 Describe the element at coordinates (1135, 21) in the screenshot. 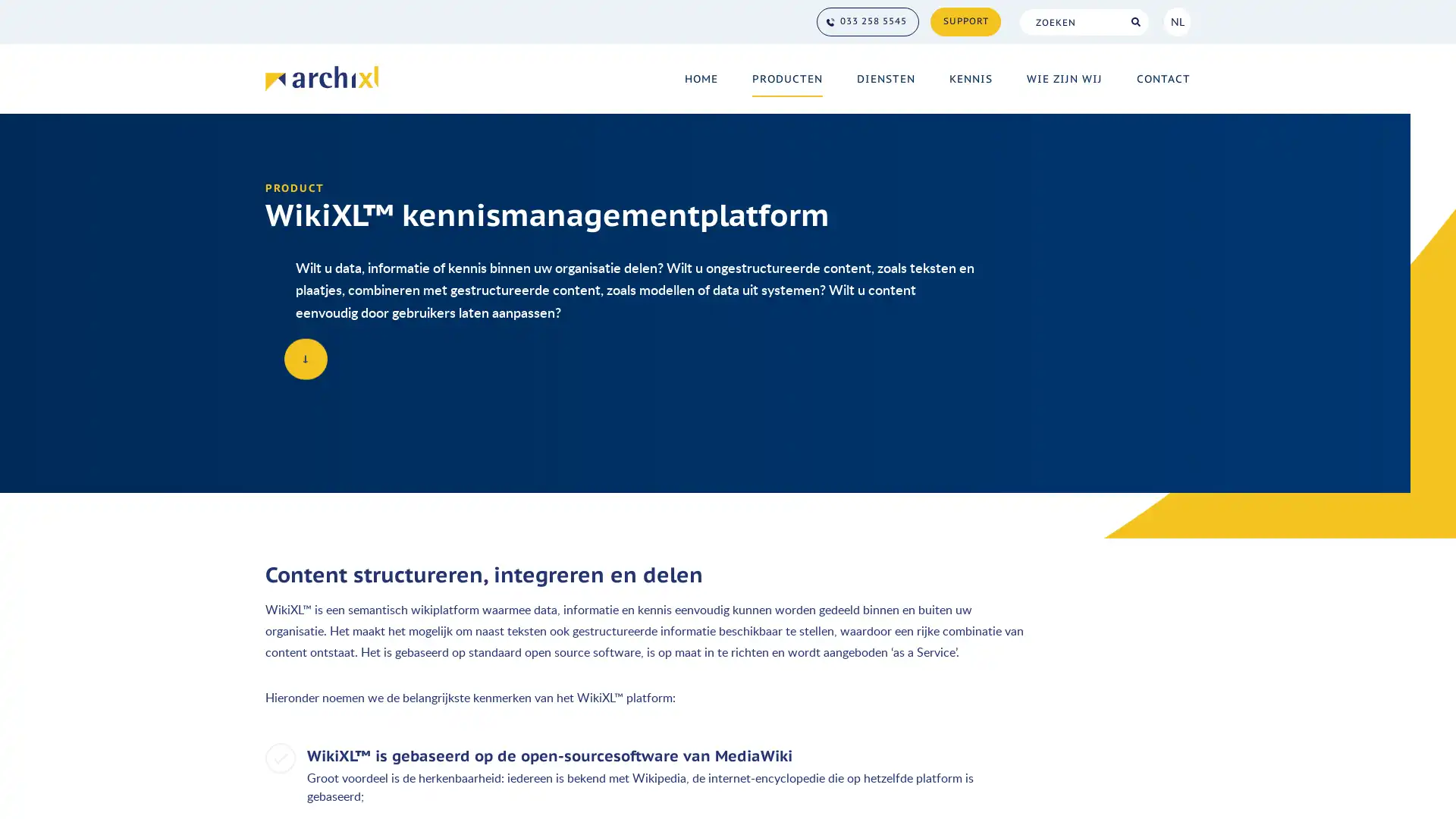

I see `Search` at that location.